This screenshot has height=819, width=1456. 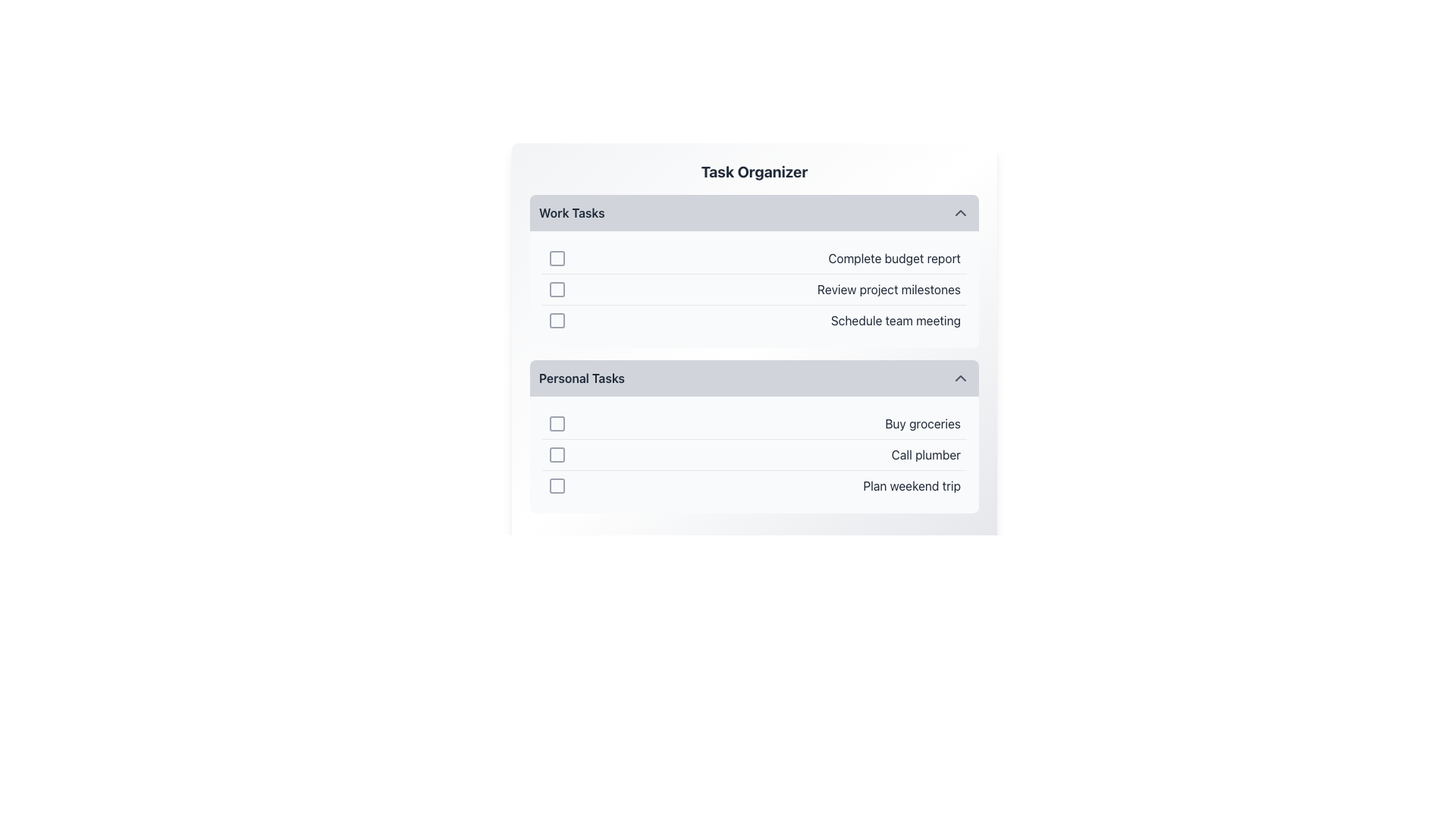 What do you see at coordinates (754, 424) in the screenshot?
I see `the checkbox of the first Task List Item under the 'Personal Tasks' section` at bounding box center [754, 424].